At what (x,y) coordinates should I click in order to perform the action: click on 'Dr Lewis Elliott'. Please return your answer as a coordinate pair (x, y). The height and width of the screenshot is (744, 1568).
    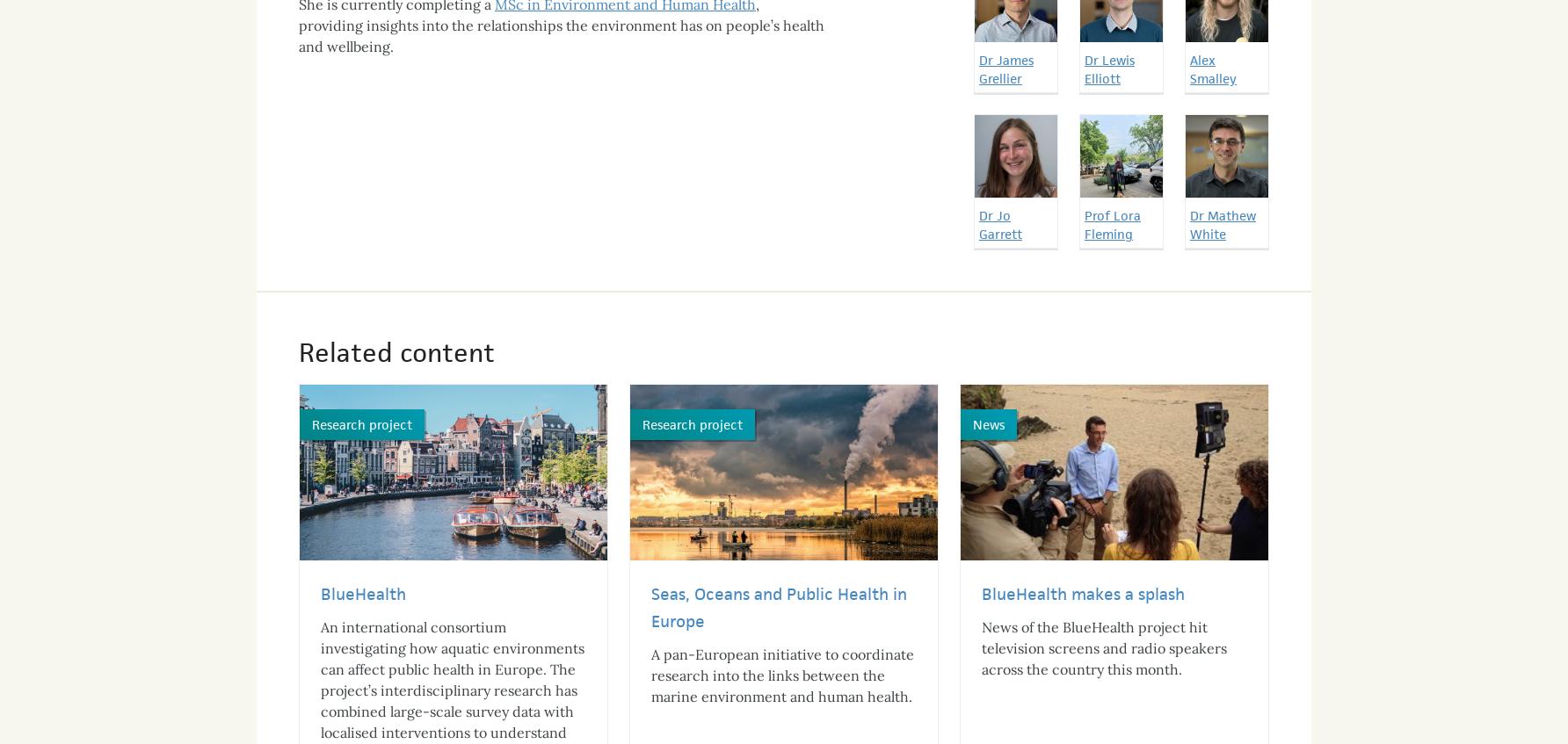
    Looking at the image, I should click on (1108, 52).